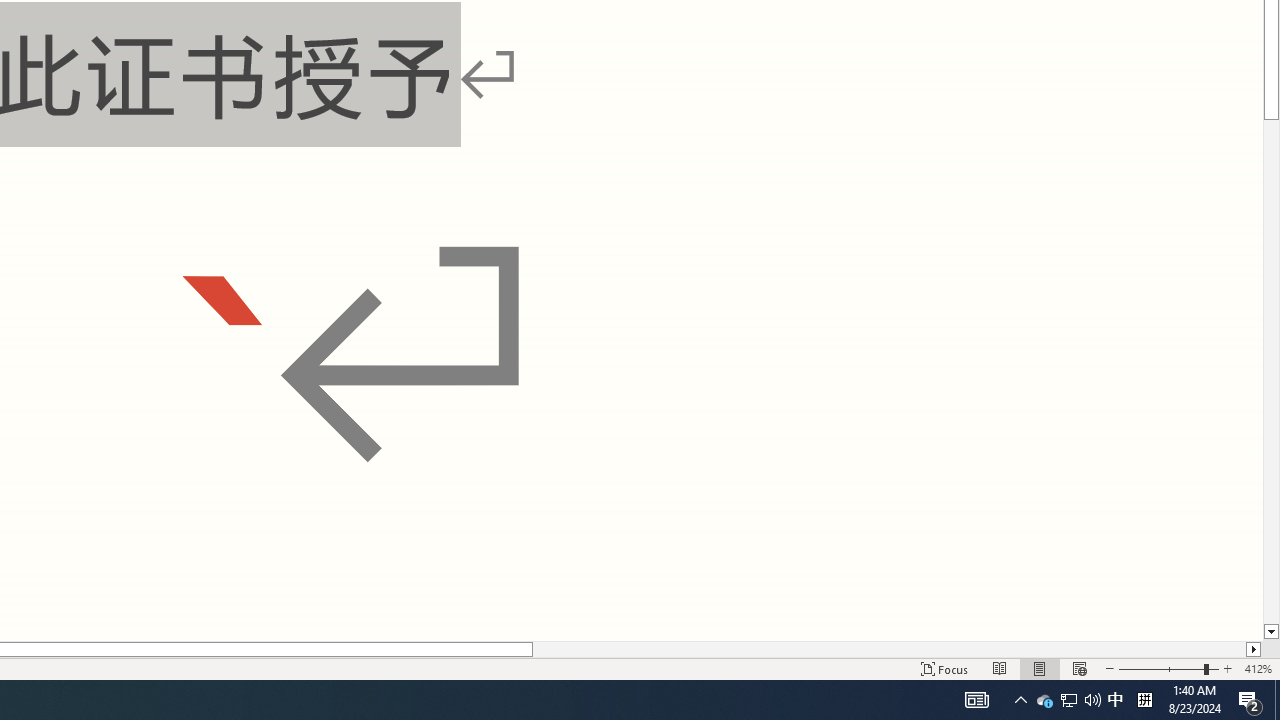 The image size is (1280, 720). Describe the element at coordinates (1257, 669) in the screenshot. I see `'Zoom 412%'` at that location.